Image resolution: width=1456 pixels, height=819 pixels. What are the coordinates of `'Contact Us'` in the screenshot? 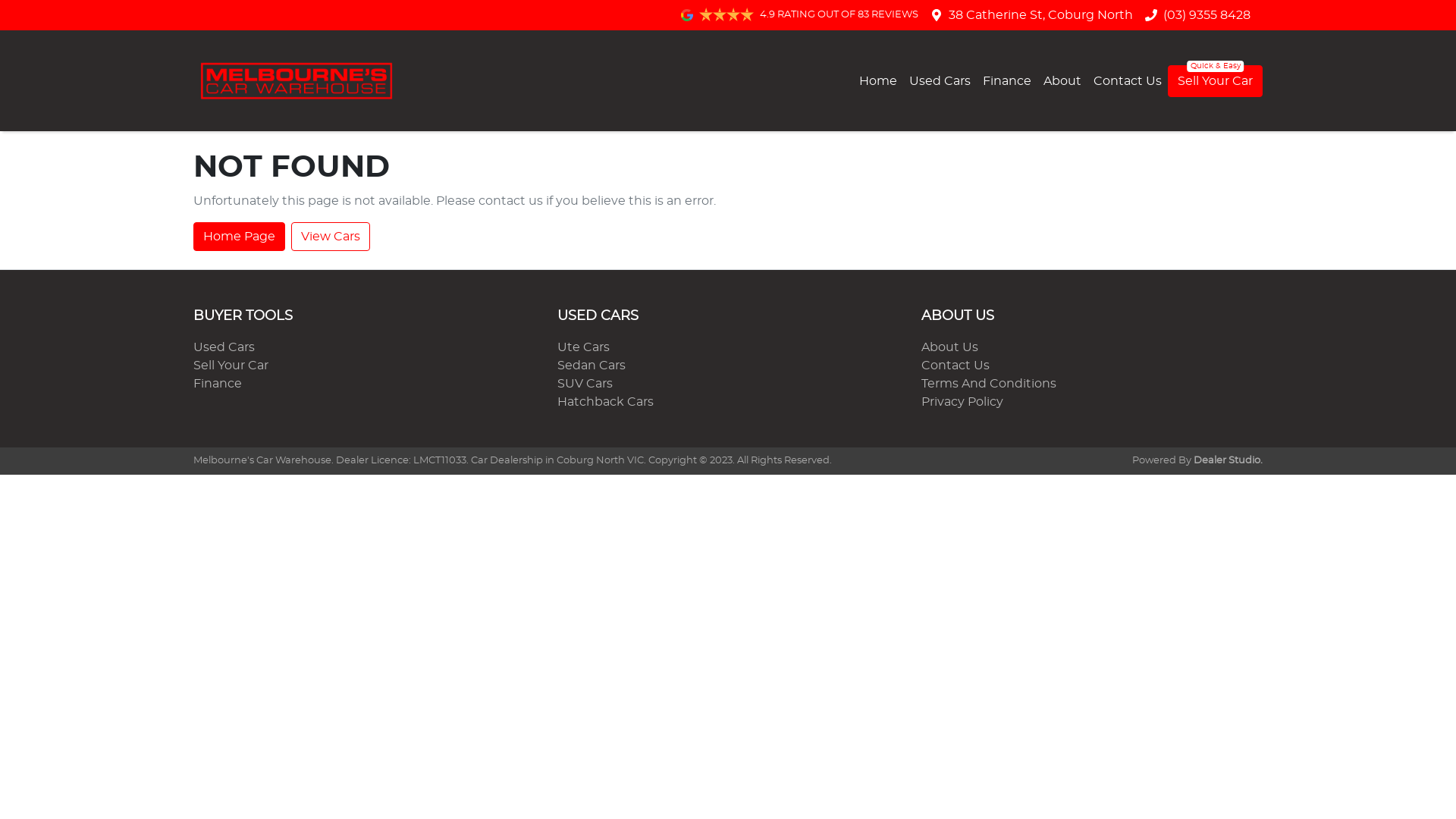 It's located at (954, 366).